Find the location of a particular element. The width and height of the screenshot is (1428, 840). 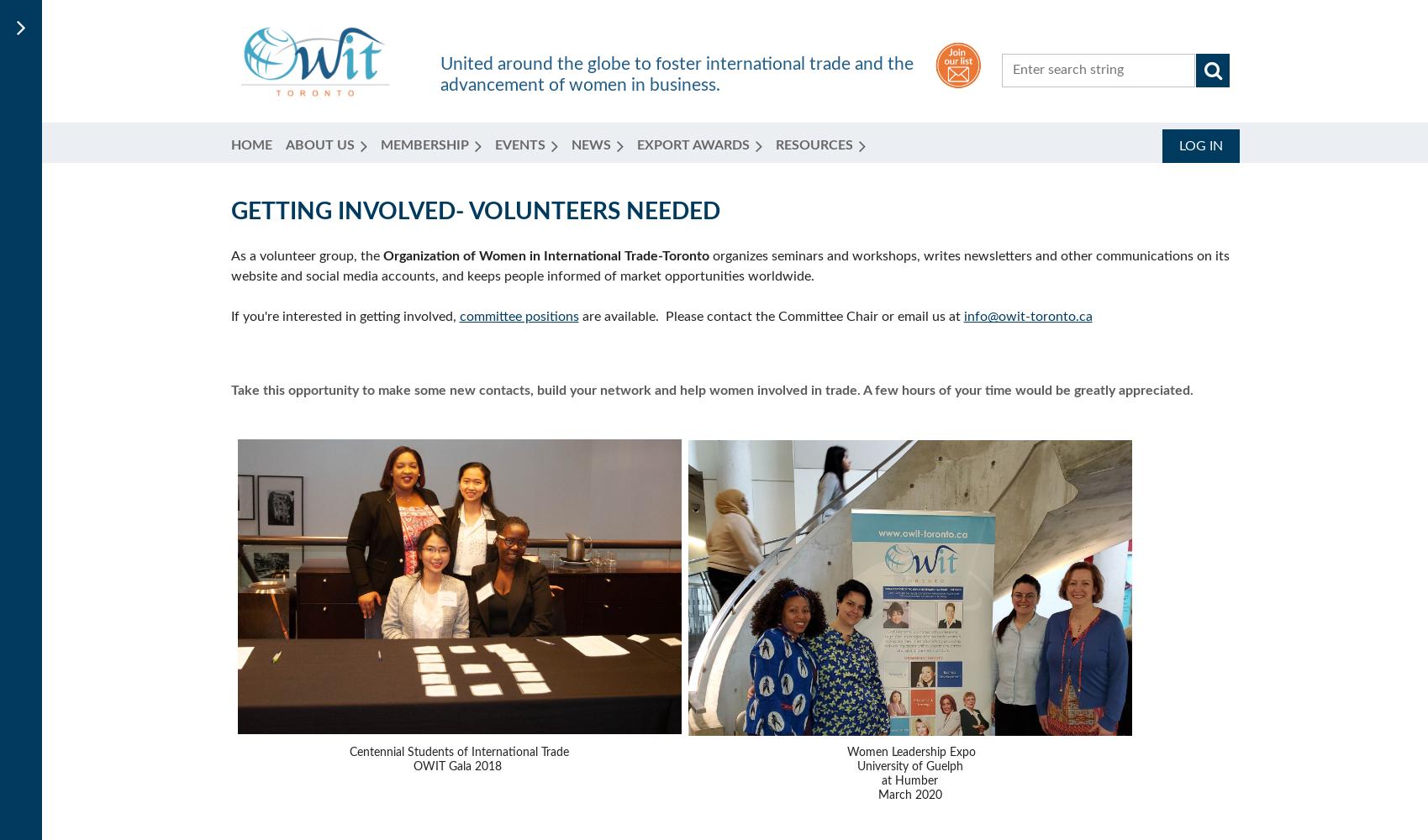

'info@owit-toronto.ca' is located at coordinates (1027, 317).